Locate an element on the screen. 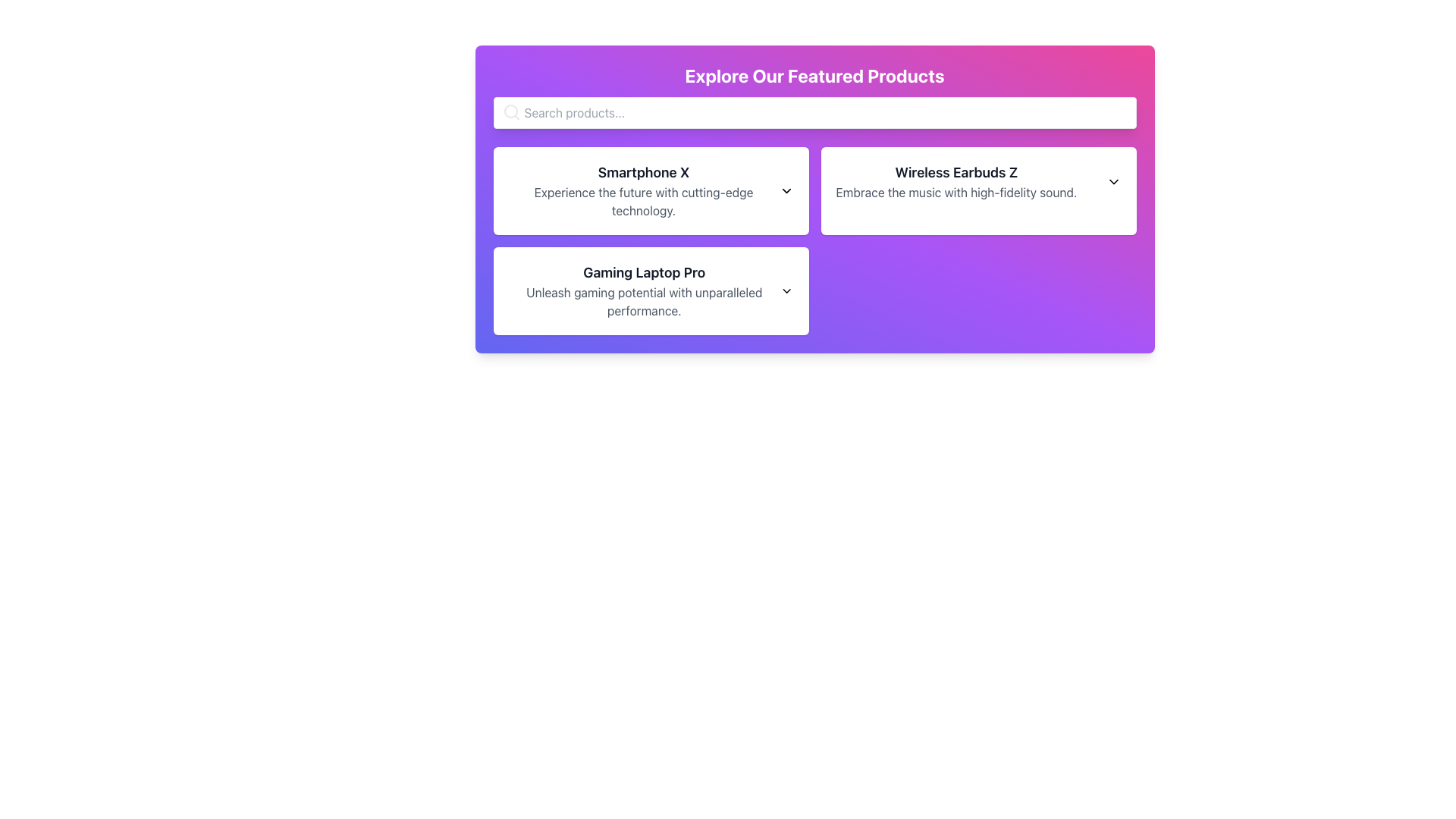 The height and width of the screenshot is (819, 1456). the product card for 'Smartphone X', which is the first card in the top row of the grid layout is located at coordinates (651, 190).